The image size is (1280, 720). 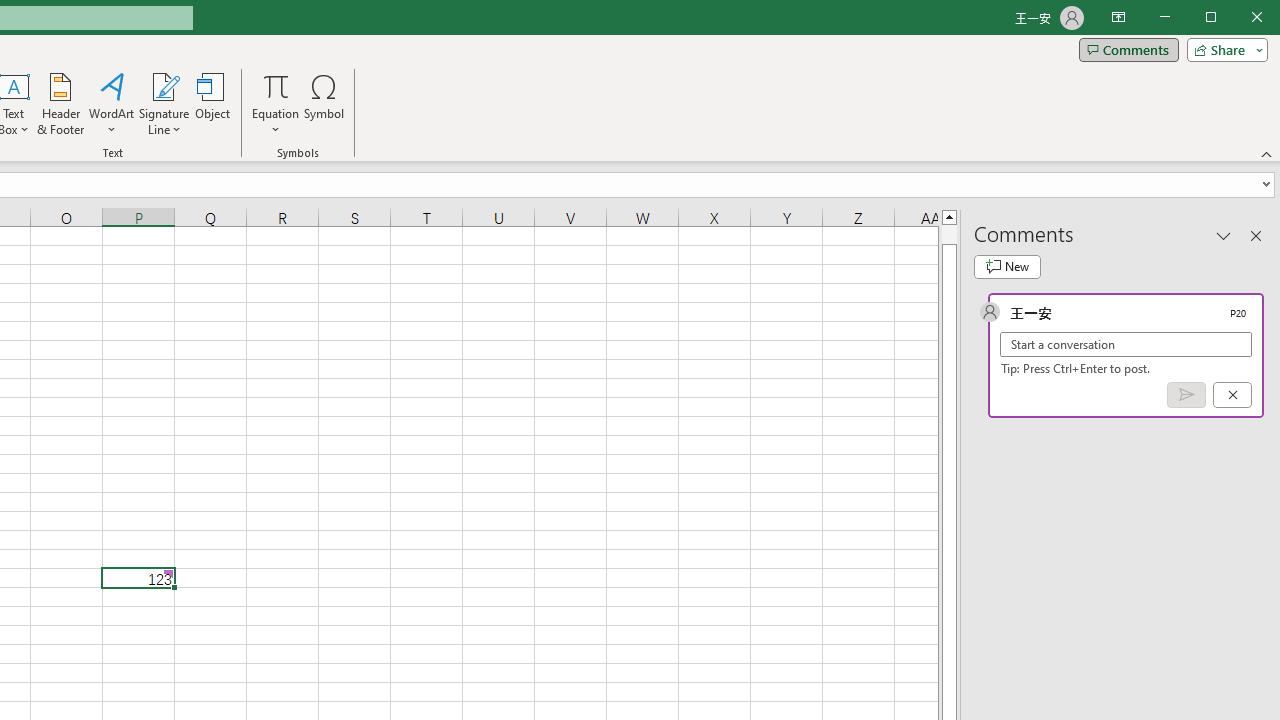 What do you see at coordinates (213, 104) in the screenshot?
I see `'Object...'` at bounding box center [213, 104].